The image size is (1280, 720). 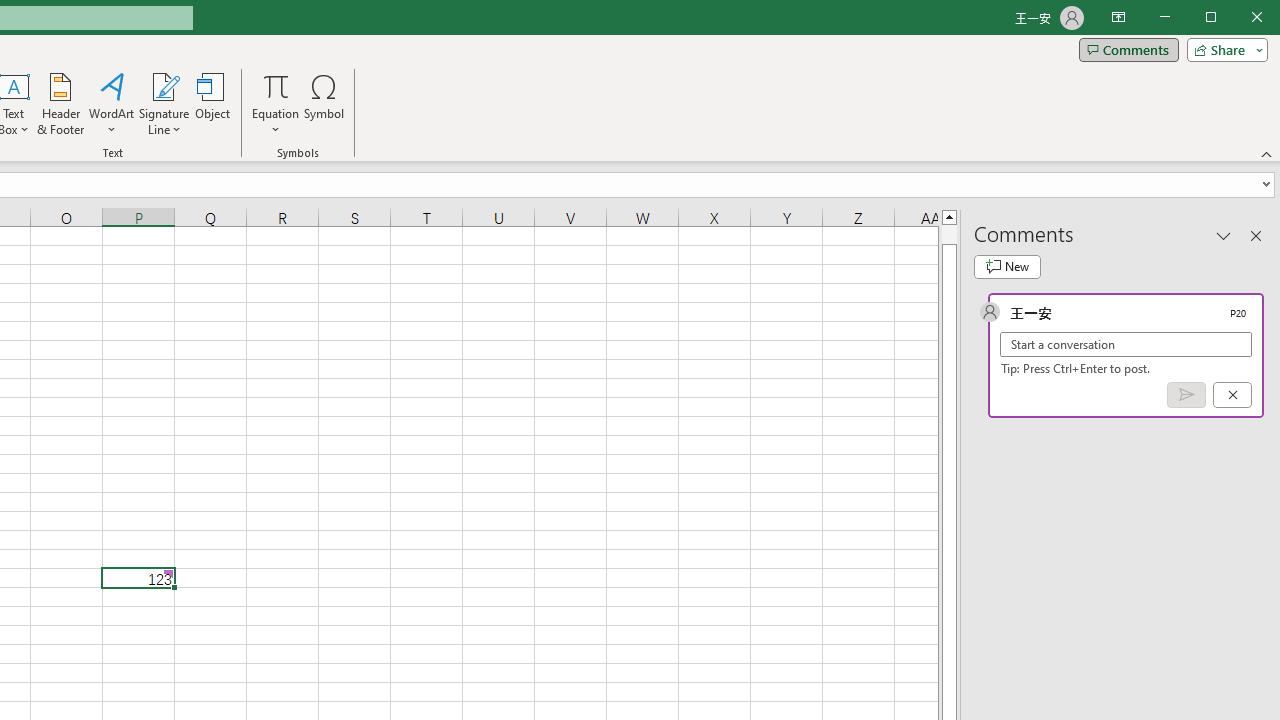 What do you see at coordinates (213, 104) in the screenshot?
I see `'Object...'` at bounding box center [213, 104].